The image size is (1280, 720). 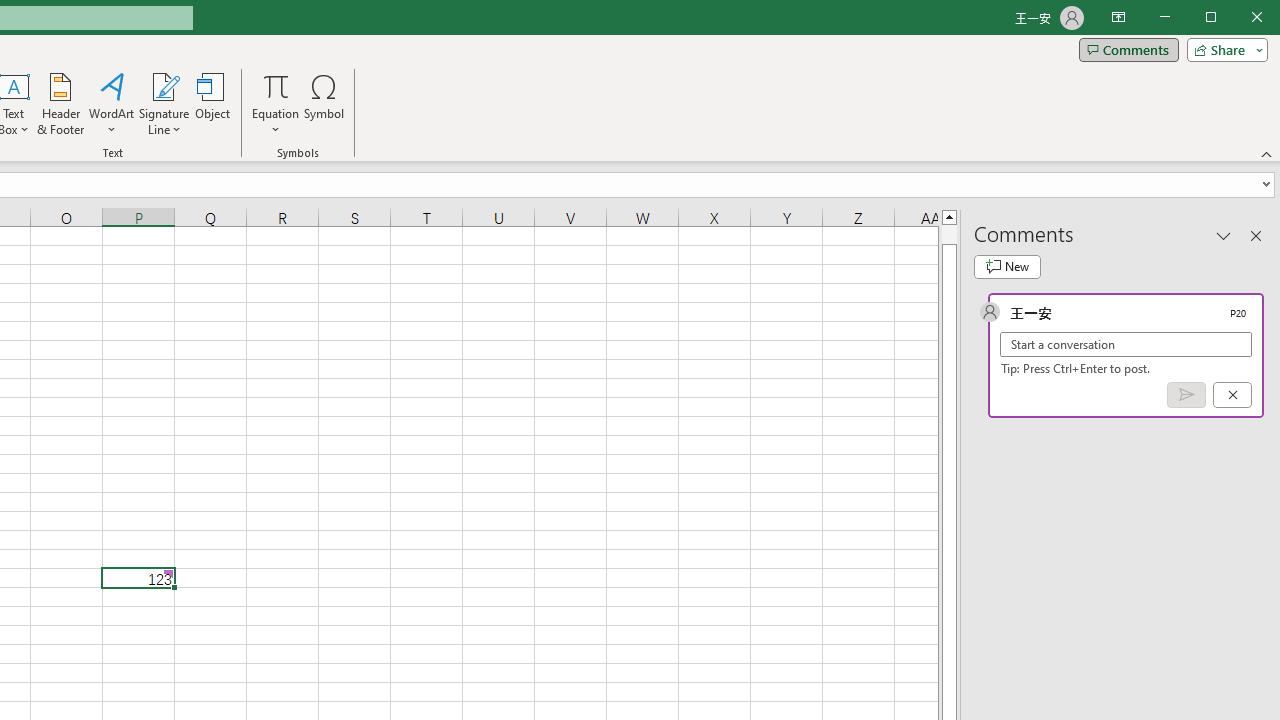 What do you see at coordinates (213, 104) in the screenshot?
I see `'Object...'` at bounding box center [213, 104].